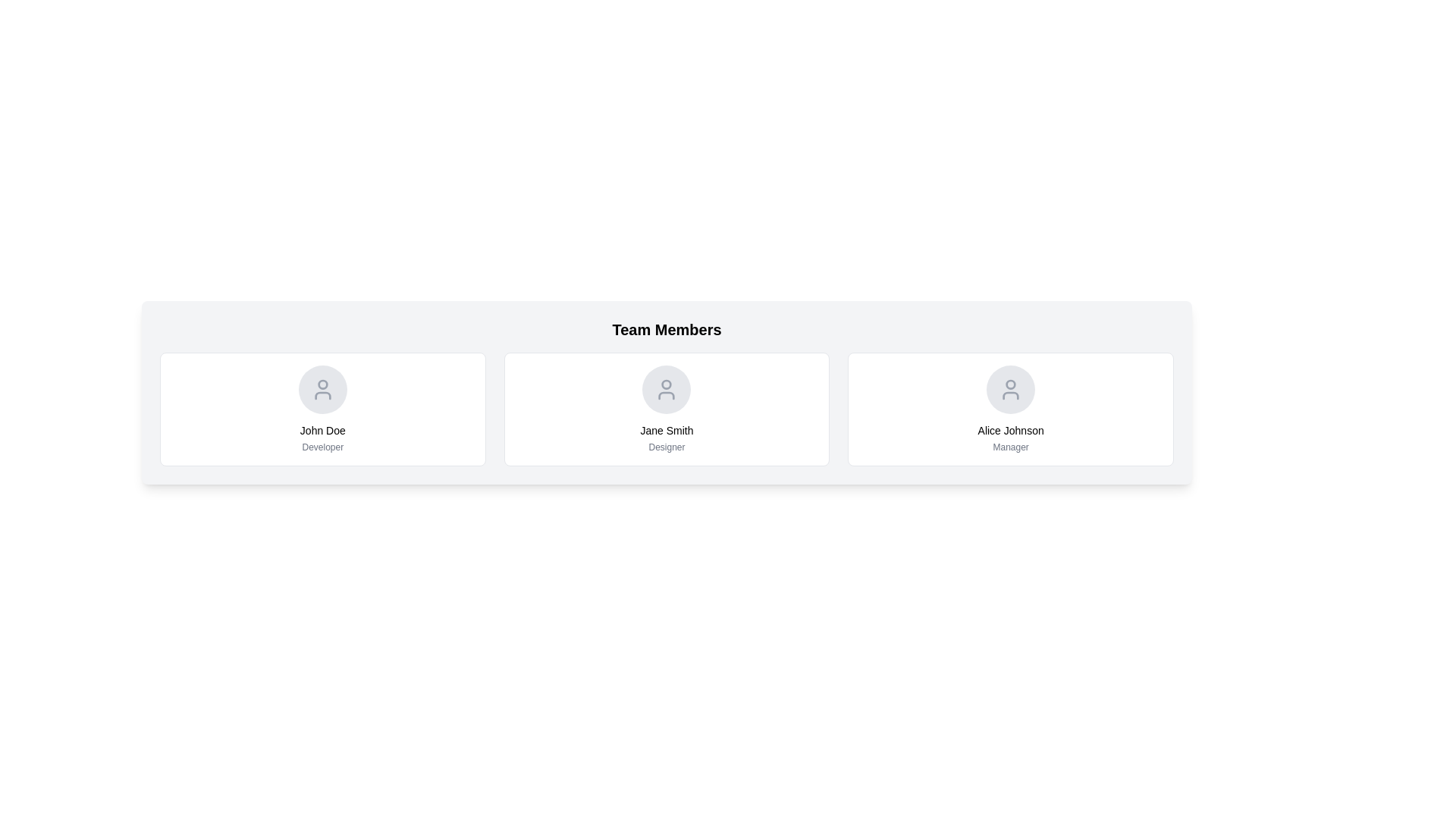 This screenshot has height=819, width=1456. What do you see at coordinates (322, 447) in the screenshot?
I see `the second text component providing additional information about the role of 'John Doe' in the organizational chart, located directly below the name` at bounding box center [322, 447].